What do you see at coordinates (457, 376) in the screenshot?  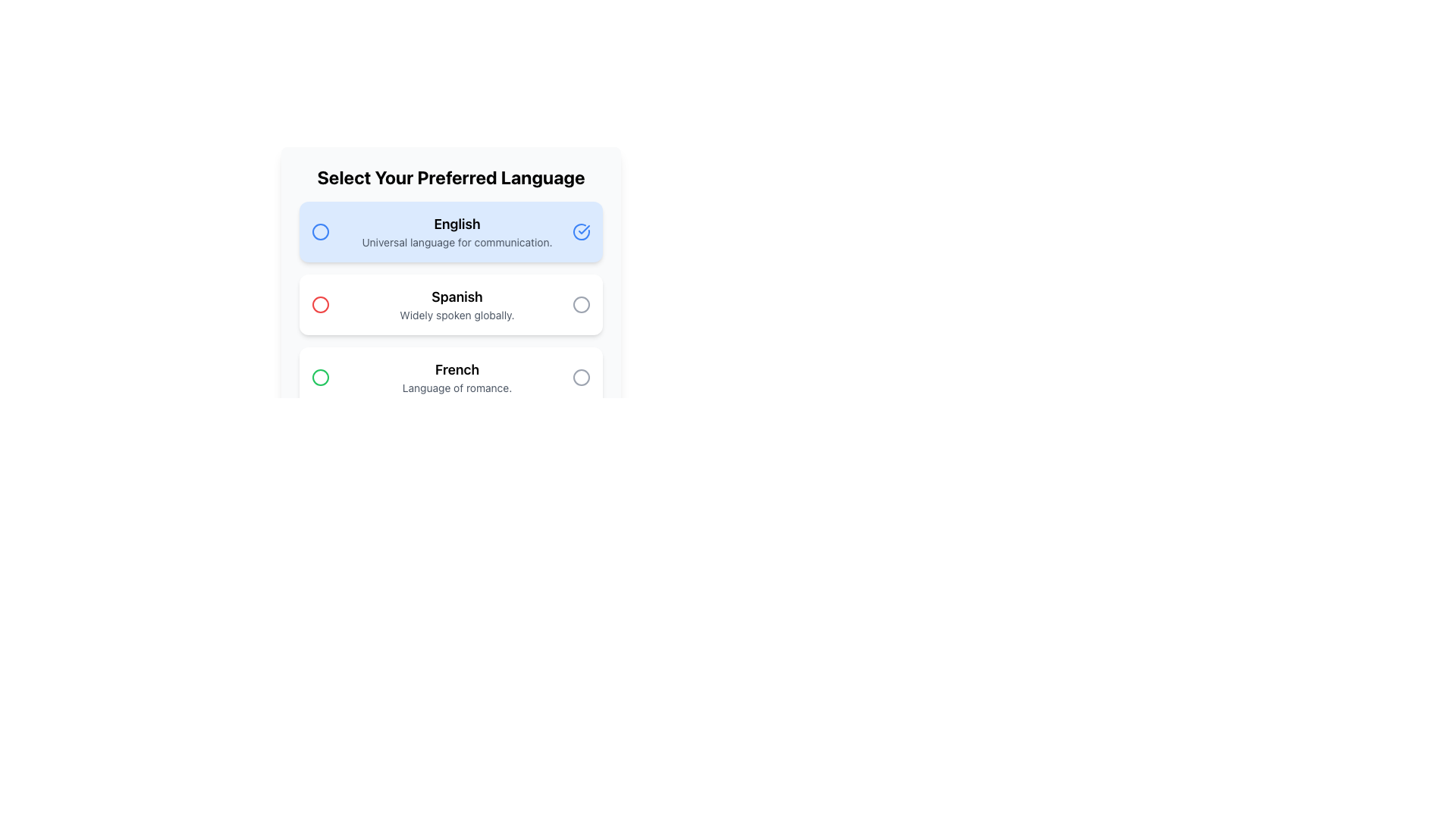 I see `the text block labeled 'French' which contains the header 'French' and subtext 'Language of romance', positioned within the third option of the vertical list of language preferences` at bounding box center [457, 376].